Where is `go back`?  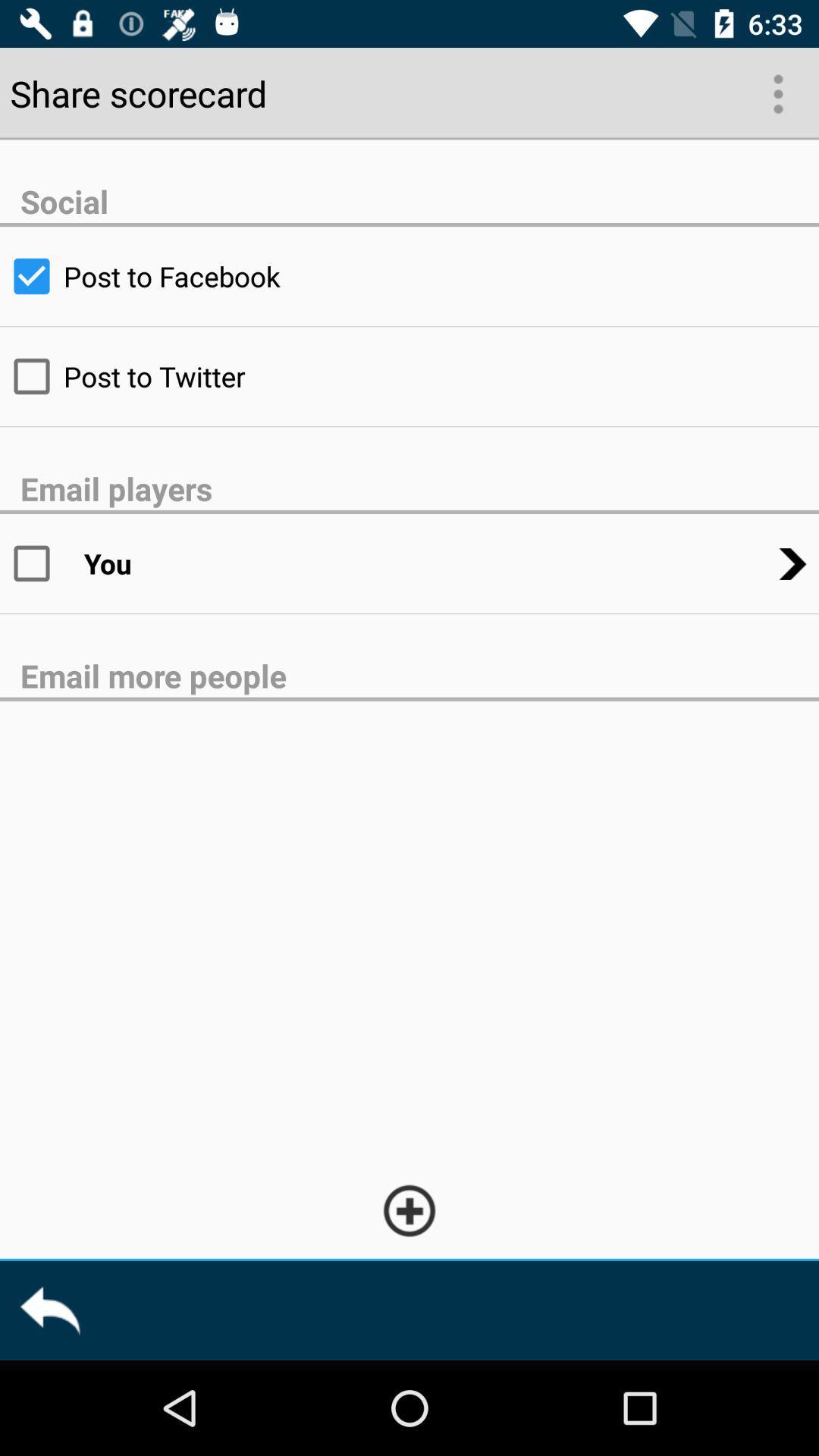 go back is located at coordinates (49, 1310).